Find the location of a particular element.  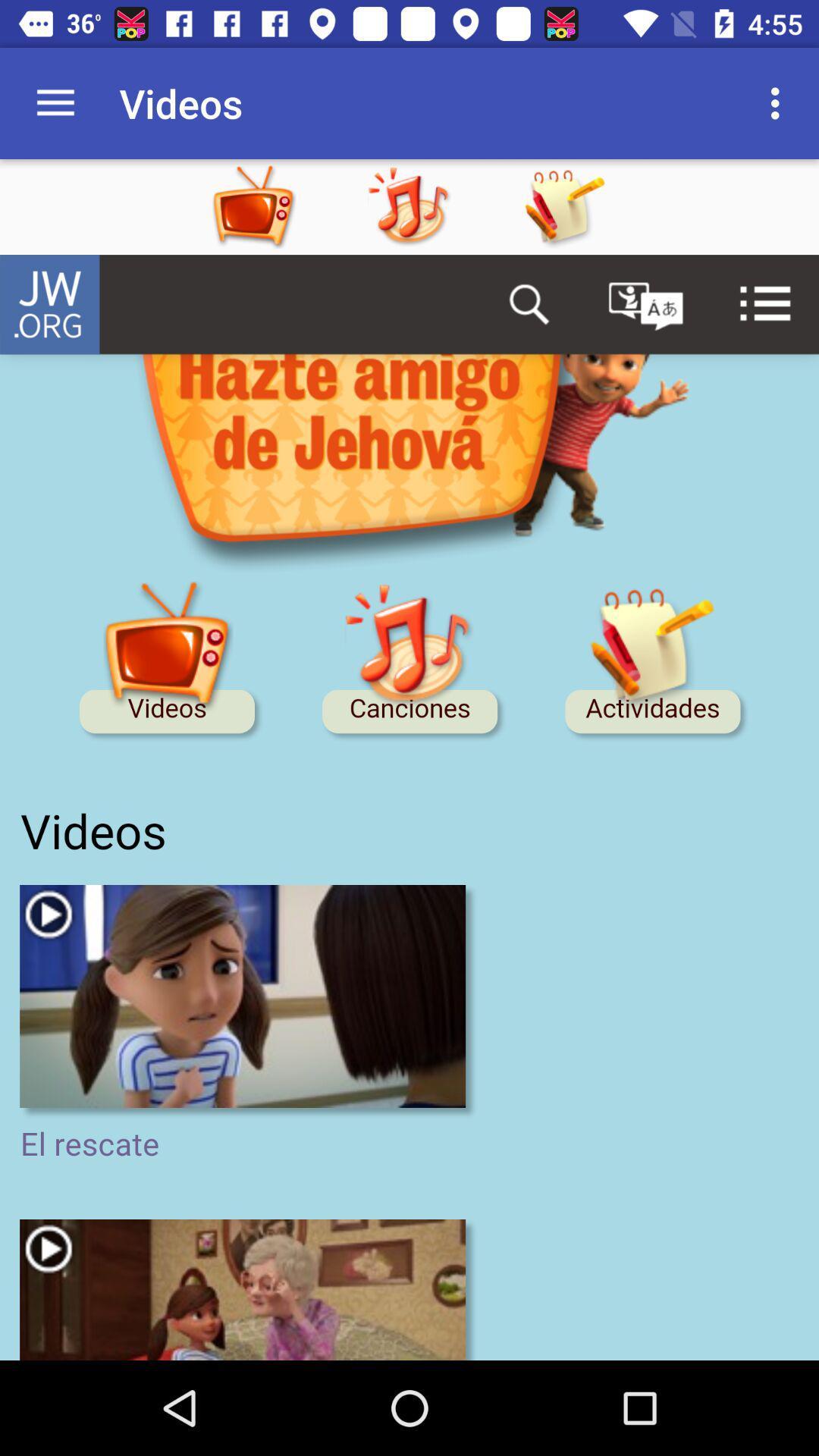

videos button is located at coordinates (284, 206).